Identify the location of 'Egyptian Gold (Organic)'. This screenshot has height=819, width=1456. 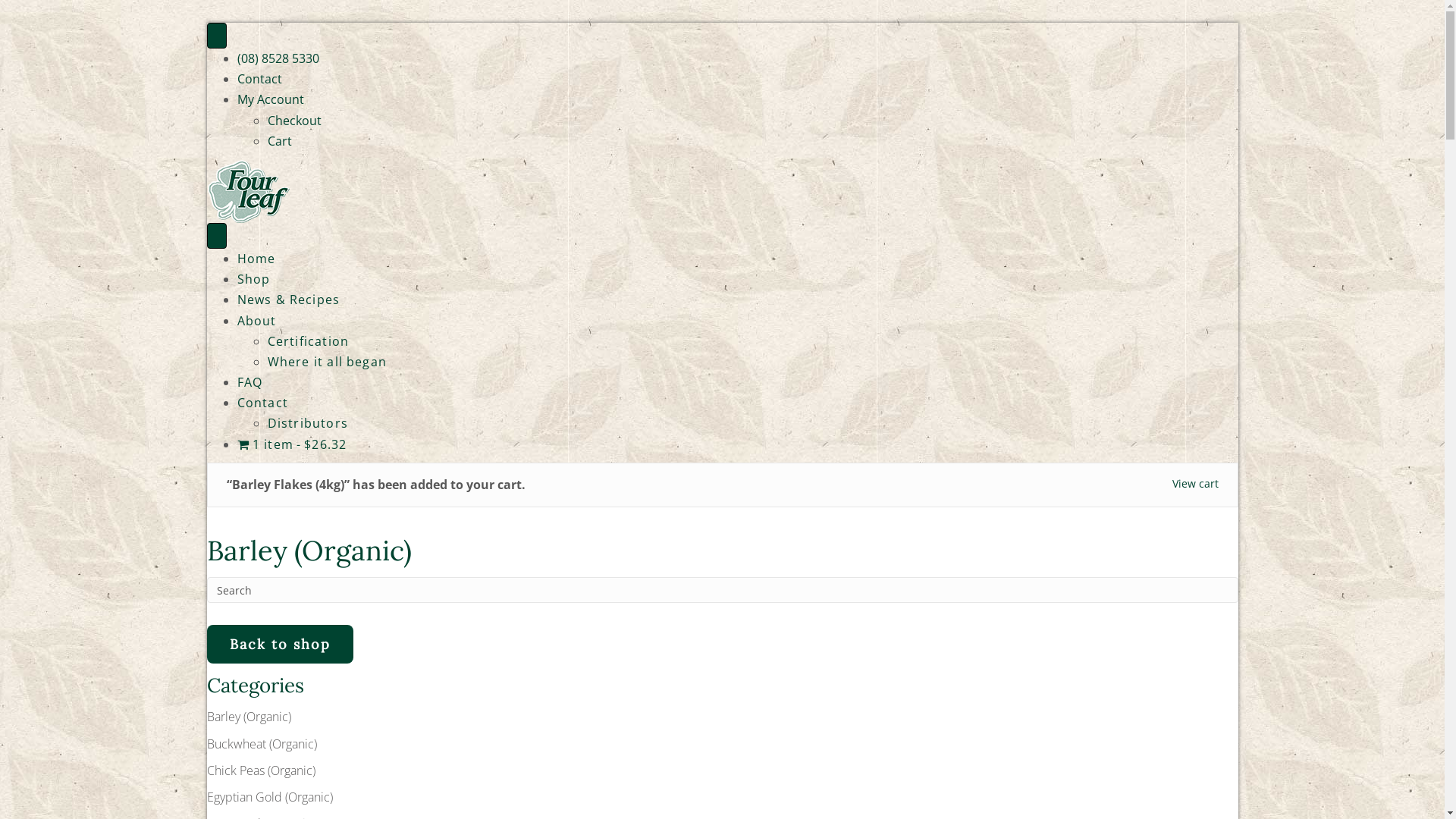
(269, 795).